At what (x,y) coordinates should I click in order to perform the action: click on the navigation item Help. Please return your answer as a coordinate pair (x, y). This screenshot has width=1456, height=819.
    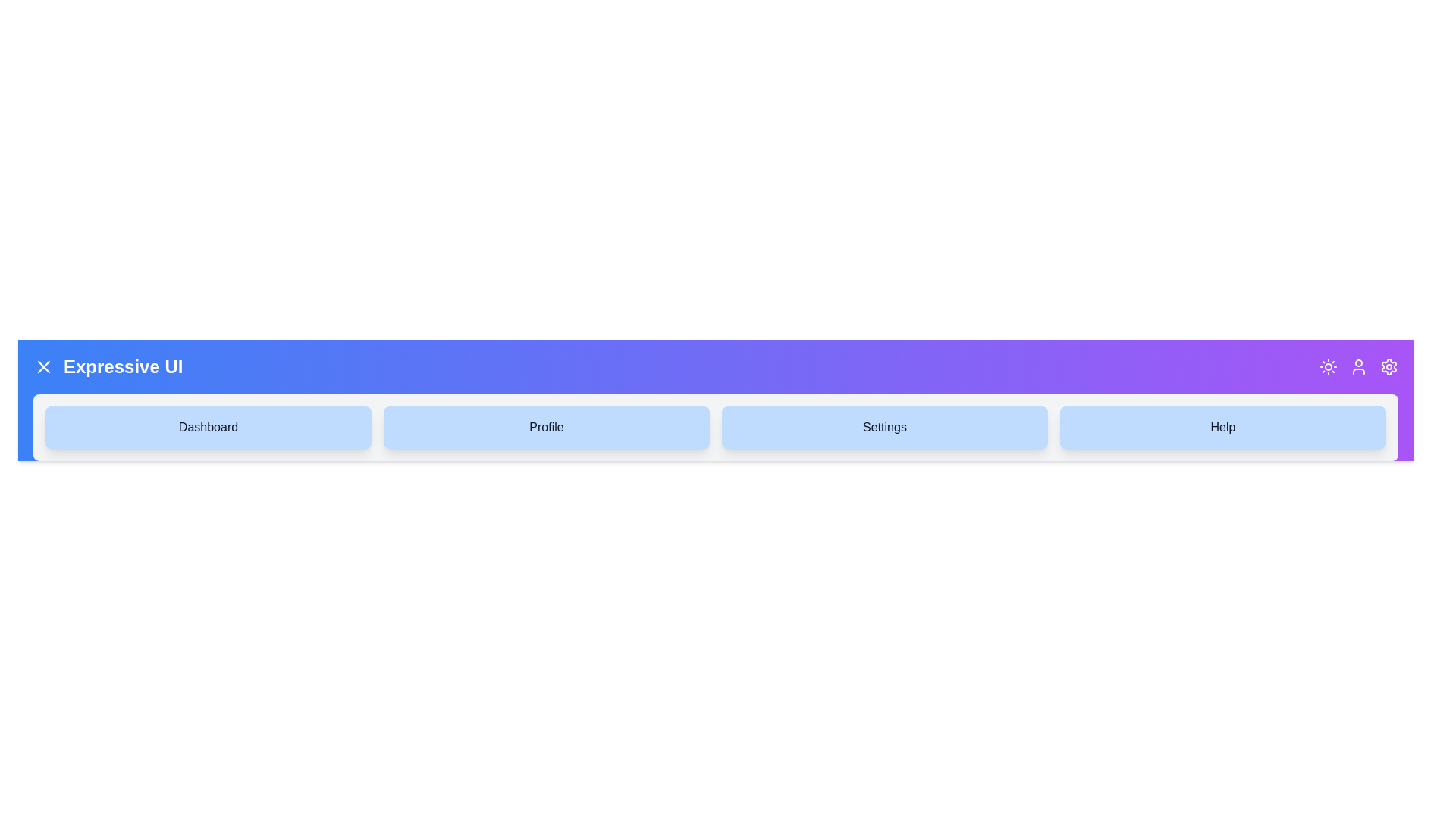
    Looking at the image, I should click on (1222, 427).